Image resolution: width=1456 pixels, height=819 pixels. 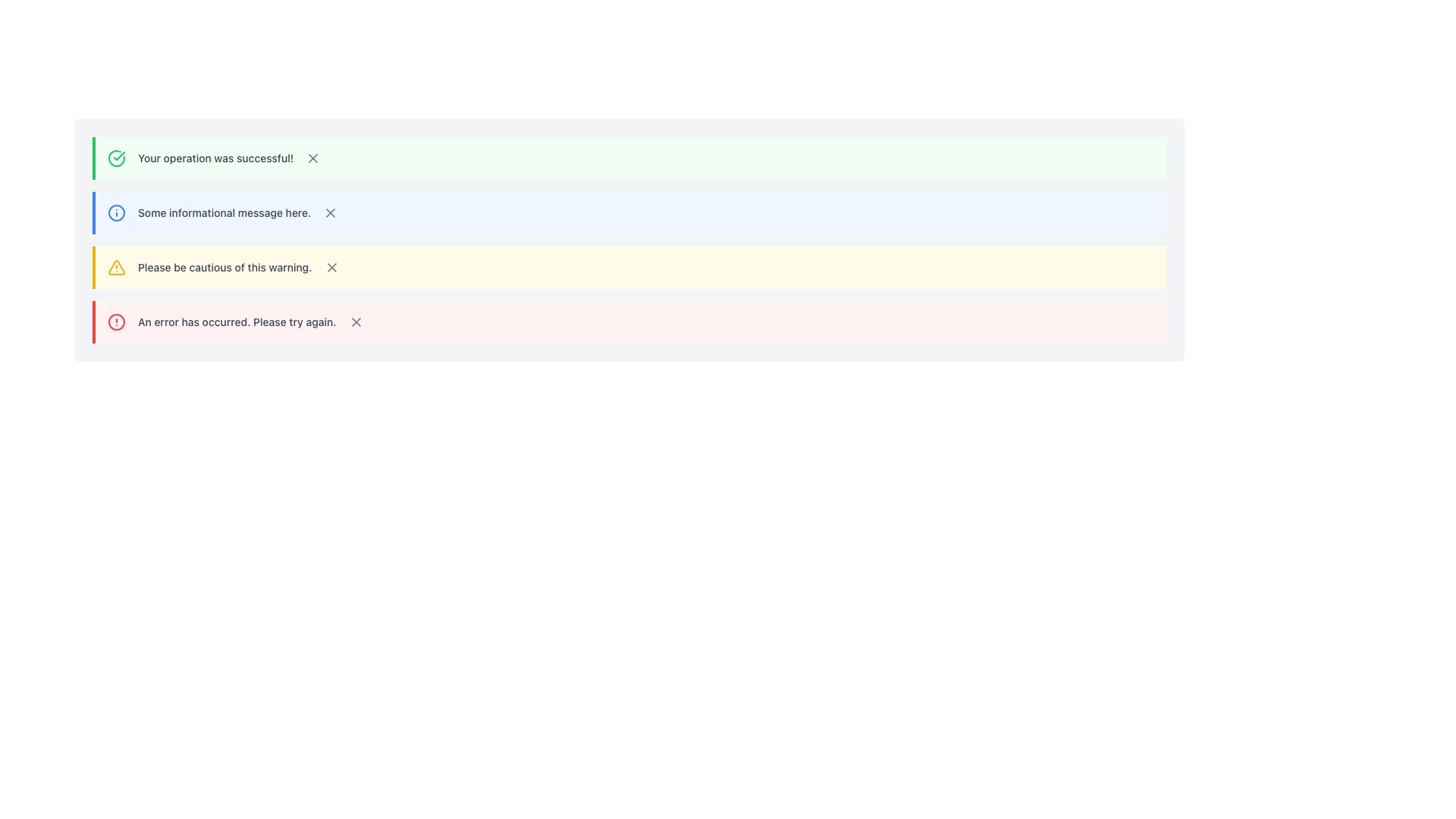 I want to click on the Close Button Icon, which is styled as an 'X' and located at the top-right corner of a warning message box, so click(x=331, y=267).